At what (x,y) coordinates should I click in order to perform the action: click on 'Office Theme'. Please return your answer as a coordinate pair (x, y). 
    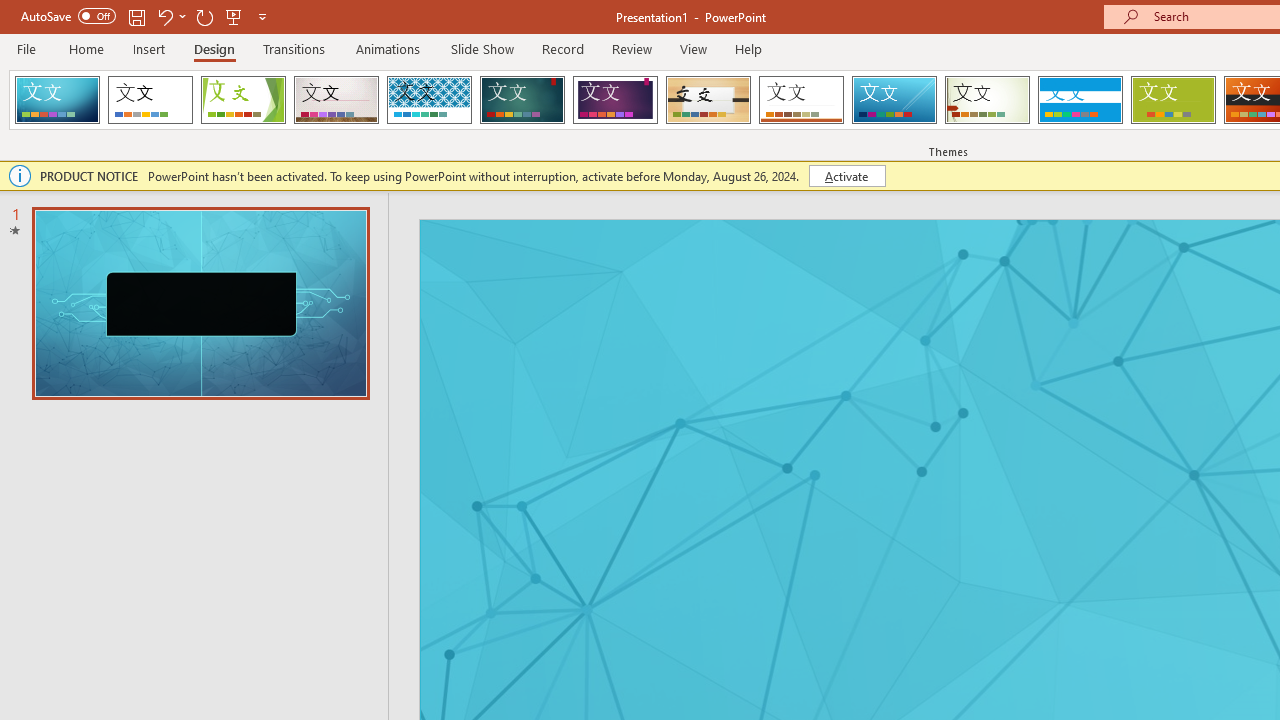
    Looking at the image, I should click on (149, 100).